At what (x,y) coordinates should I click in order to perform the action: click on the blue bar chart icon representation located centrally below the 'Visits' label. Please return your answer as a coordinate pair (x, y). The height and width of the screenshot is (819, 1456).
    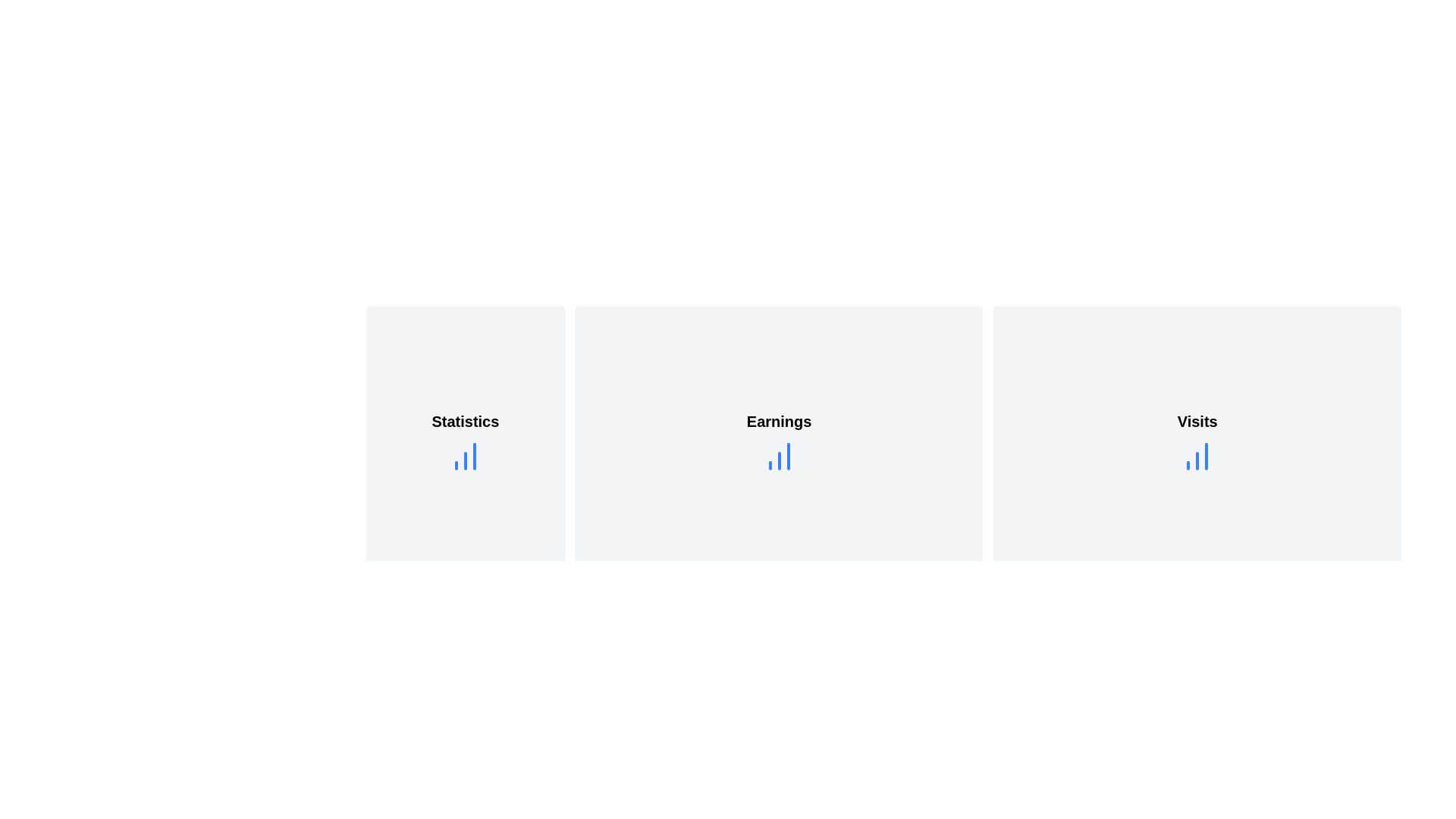
    Looking at the image, I should click on (1197, 455).